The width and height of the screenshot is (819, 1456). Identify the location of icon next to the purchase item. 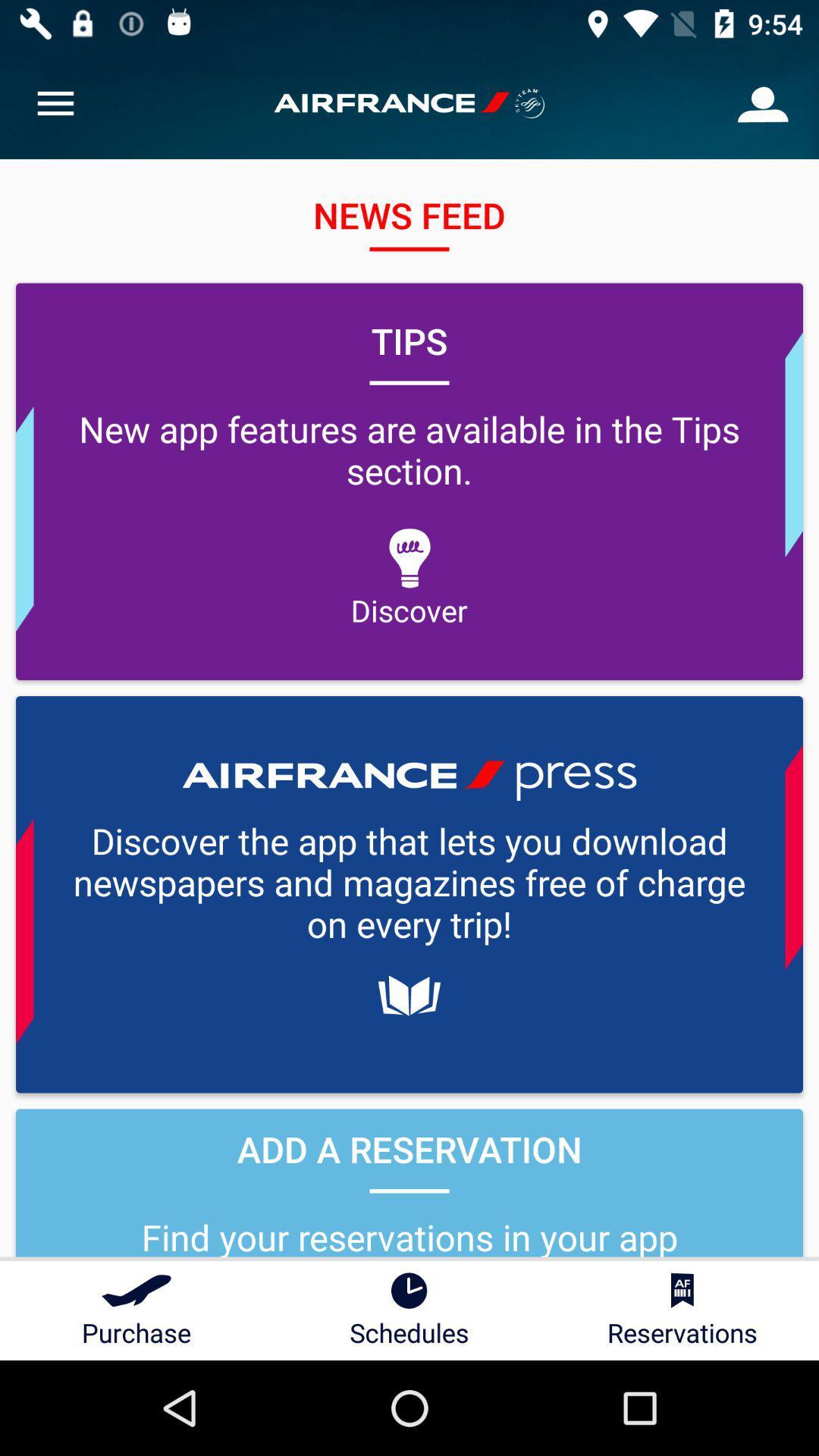
(409, 1310).